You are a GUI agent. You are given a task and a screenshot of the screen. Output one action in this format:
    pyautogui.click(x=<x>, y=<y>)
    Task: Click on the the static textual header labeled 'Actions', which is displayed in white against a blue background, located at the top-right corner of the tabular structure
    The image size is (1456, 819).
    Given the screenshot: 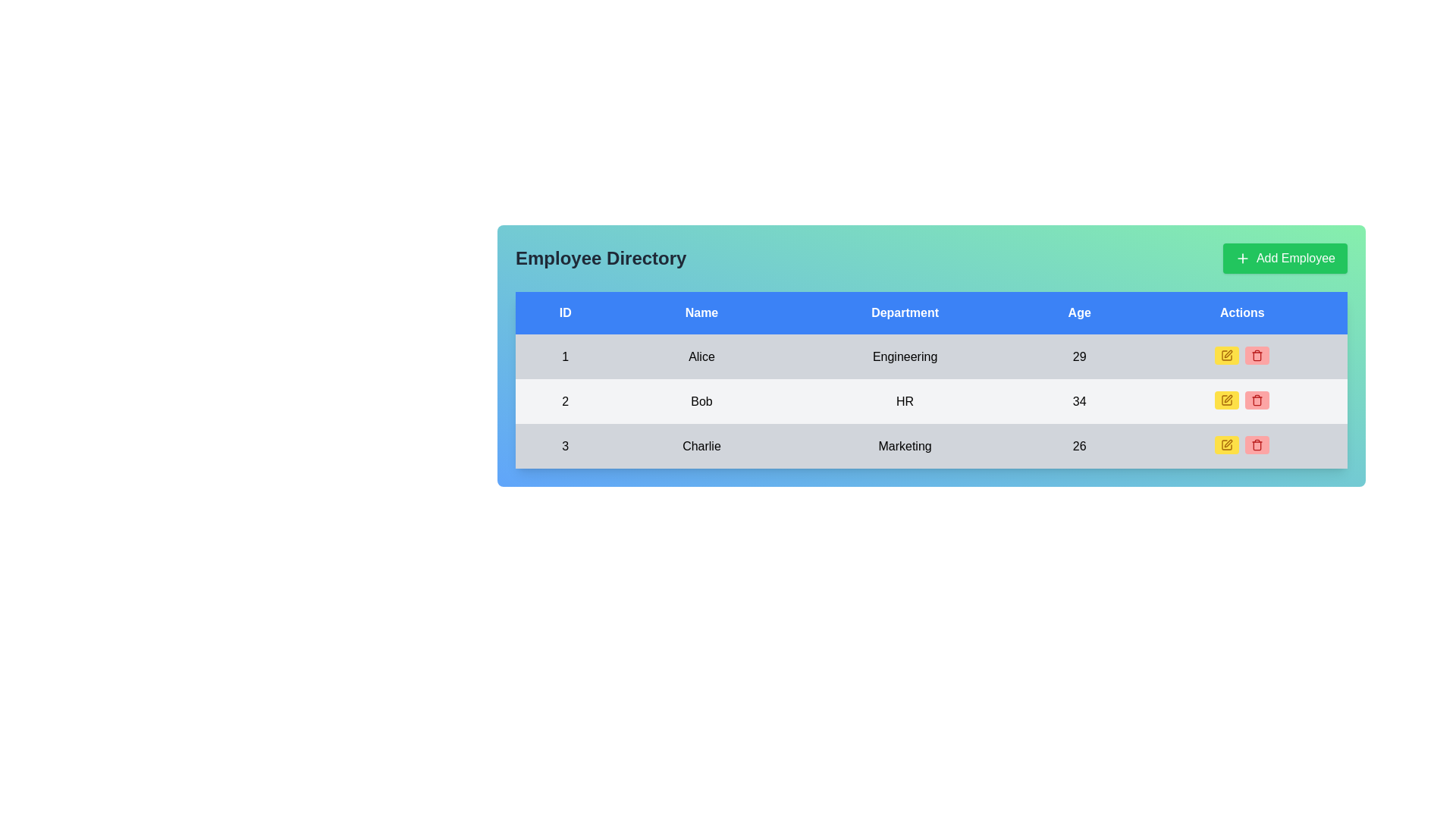 What is the action you would take?
    pyautogui.click(x=1242, y=312)
    